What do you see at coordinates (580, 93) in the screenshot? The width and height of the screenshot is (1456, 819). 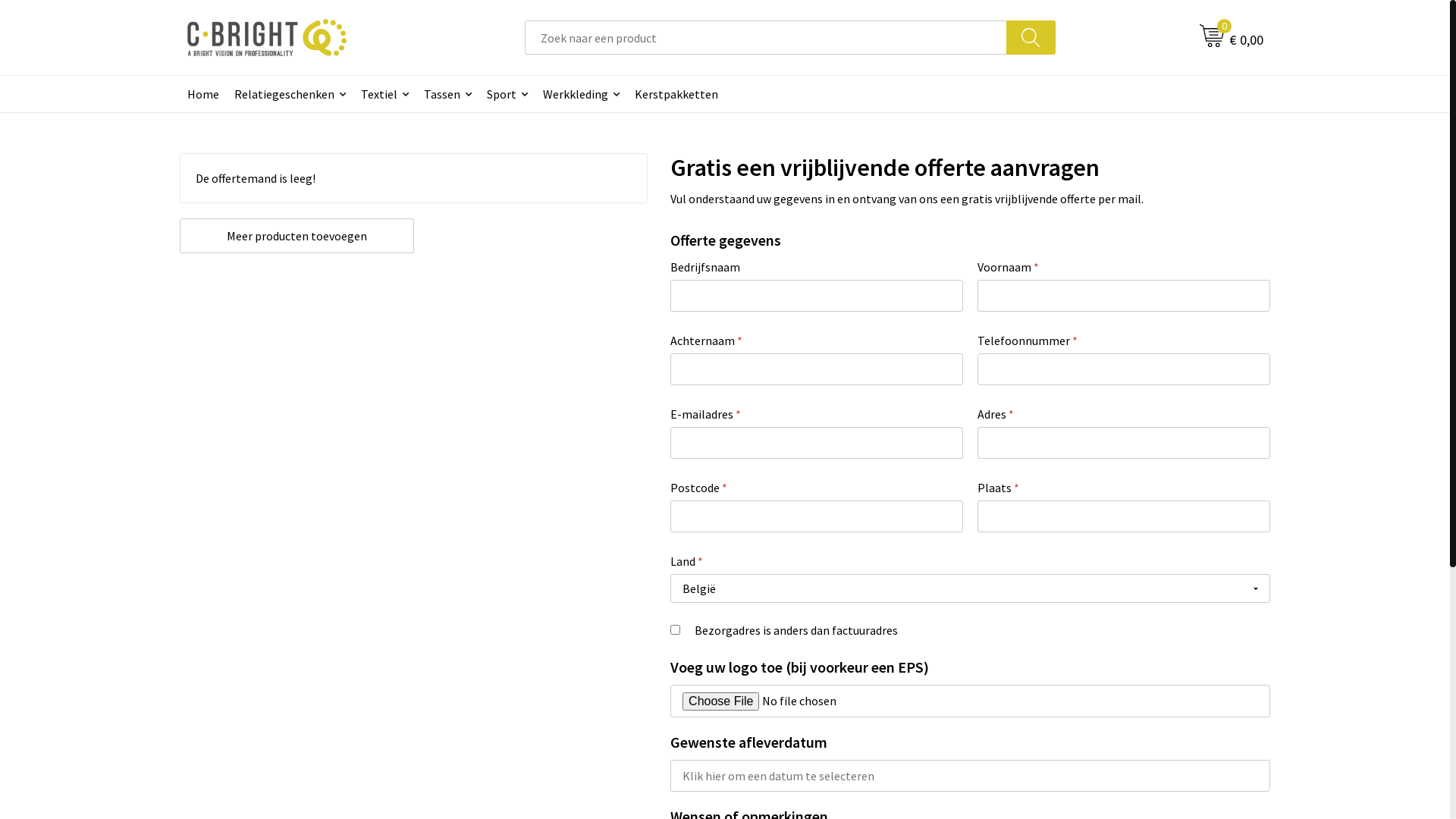 I see `'Werkkleding'` at bounding box center [580, 93].